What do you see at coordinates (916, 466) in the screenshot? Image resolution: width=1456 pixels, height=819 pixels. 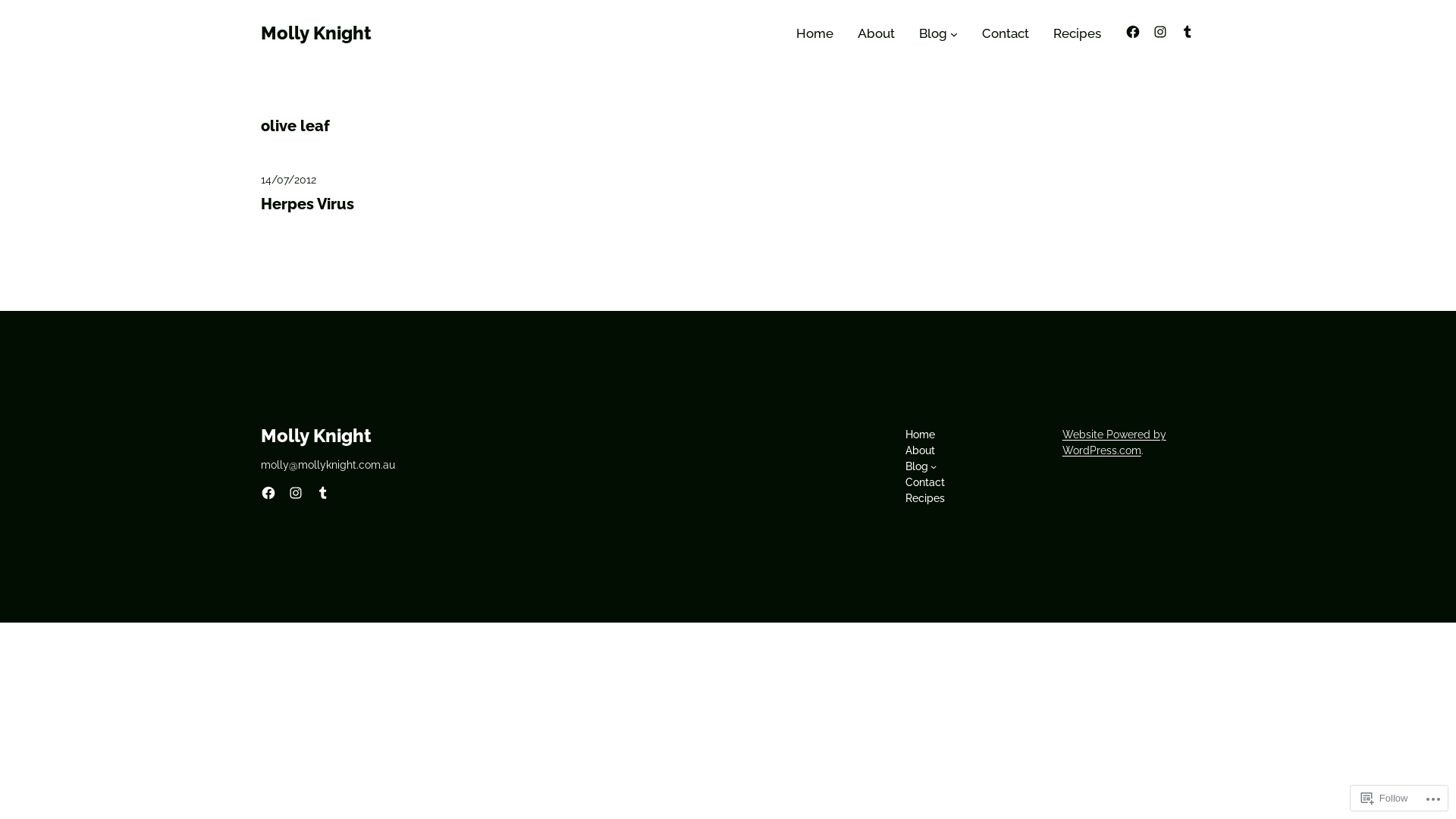 I see `'Blog'` at bounding box center [916, 466].